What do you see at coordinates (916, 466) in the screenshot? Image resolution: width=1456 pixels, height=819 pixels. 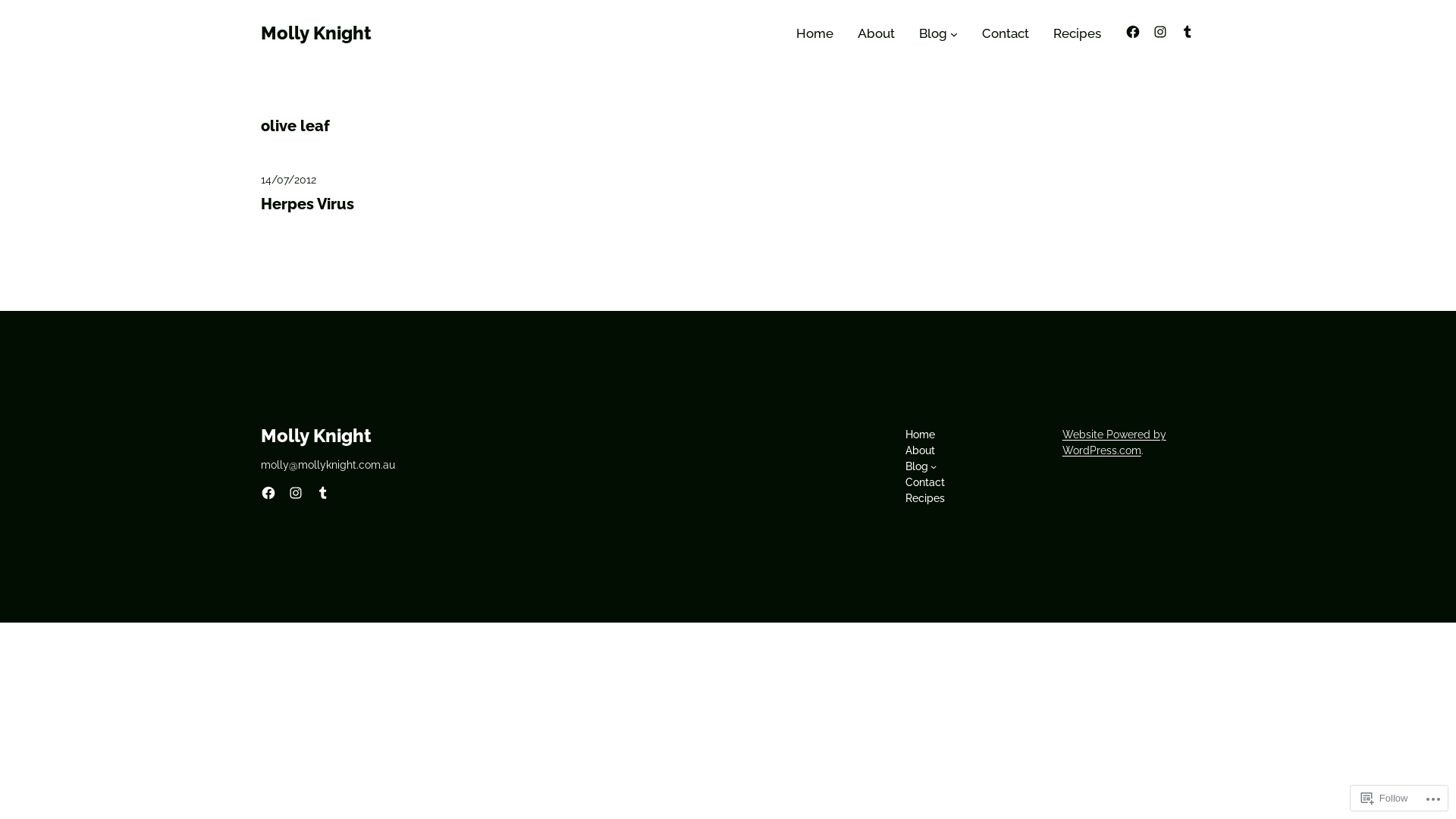 I see `'Blog'` at bounding box center [916, 466].